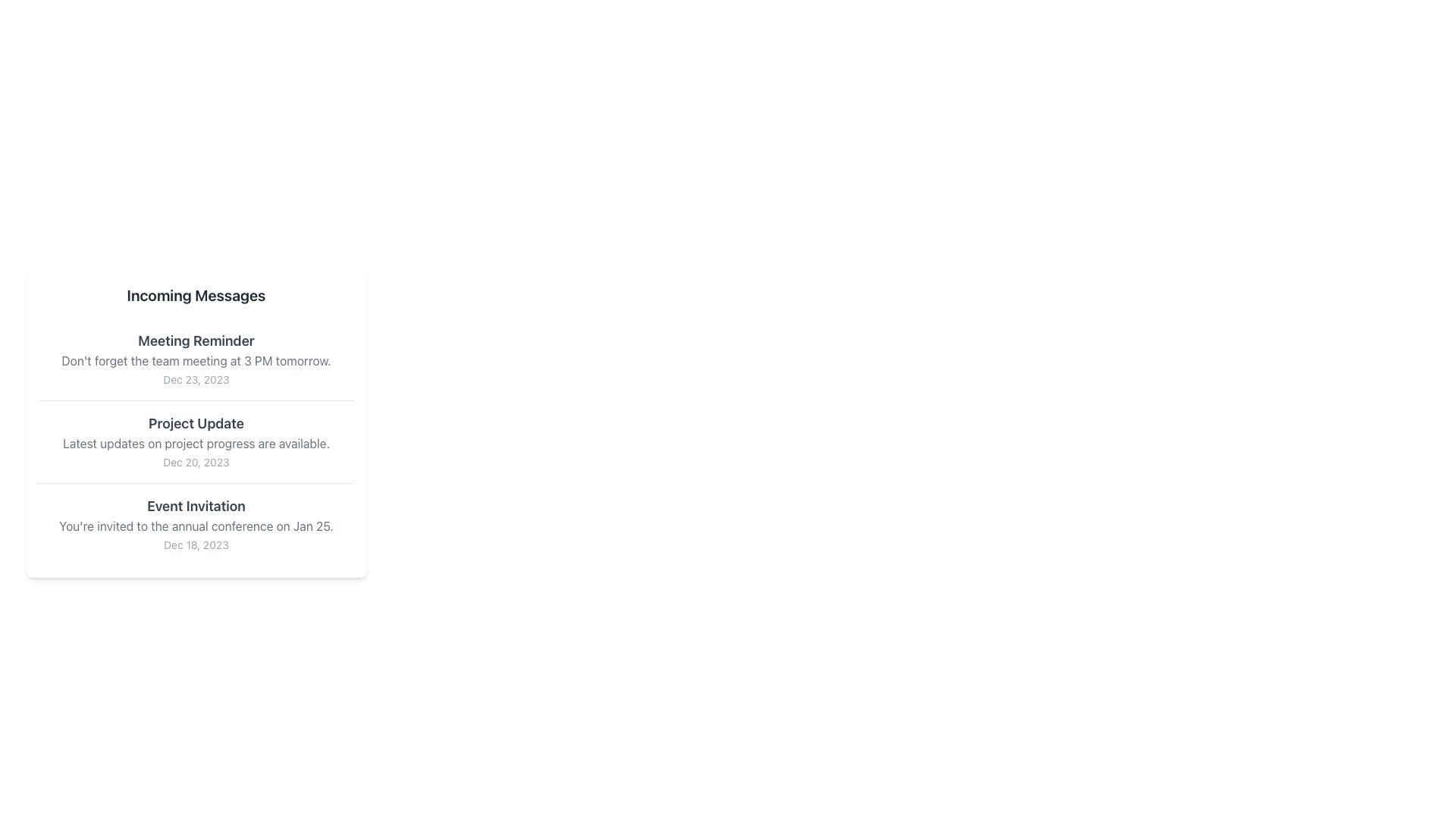 This screenshot has width=1456, height=819. I want to click on the Text Label that displays the date related to the 'Meeting Reminder' message, which is positioned below the body text 'Don't forget the team meeting at 3 PM tomorrow.', so click(196, 378).